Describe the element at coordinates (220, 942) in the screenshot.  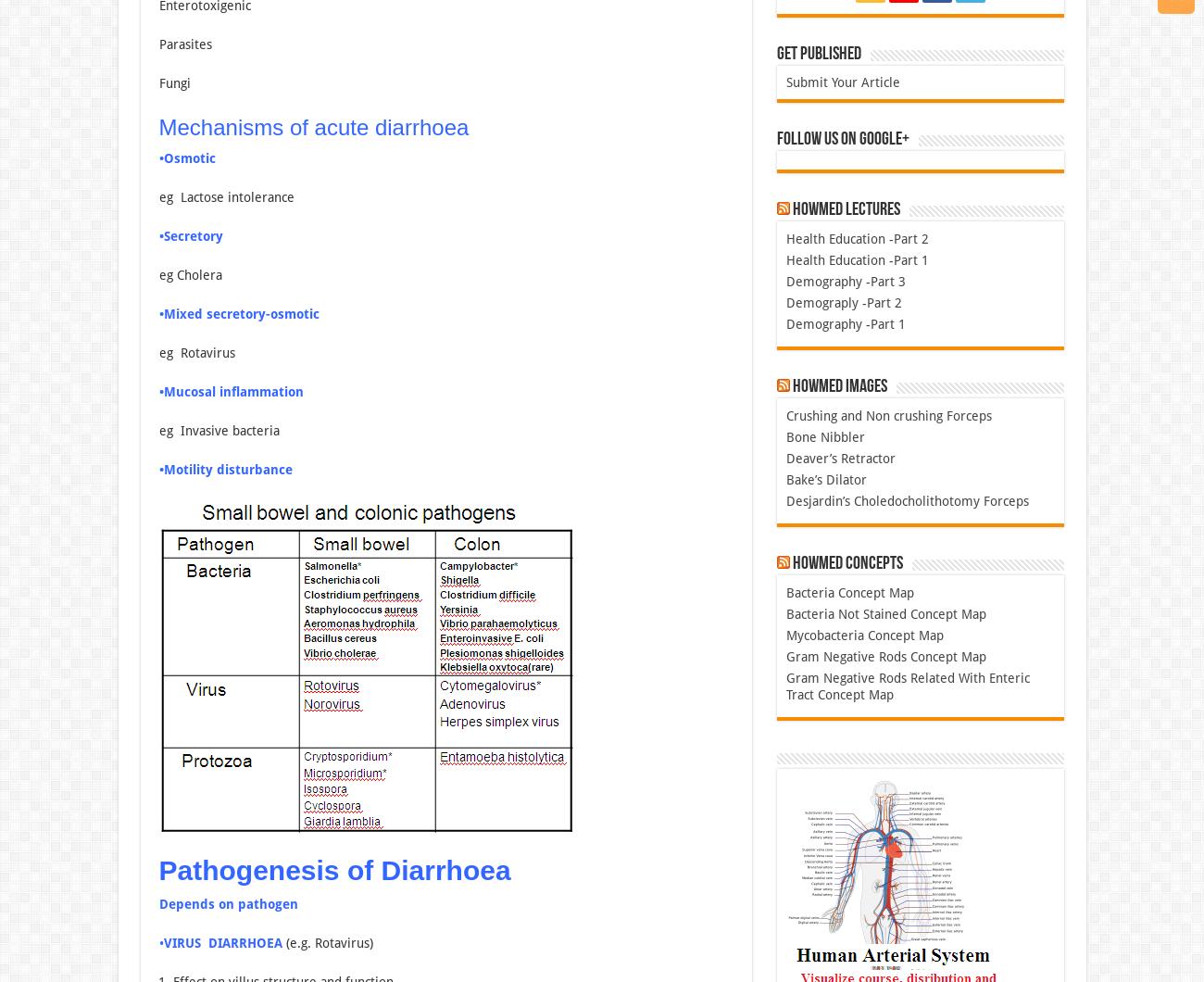
I see `'VIRUS  DIARRHOEA'` at that location.